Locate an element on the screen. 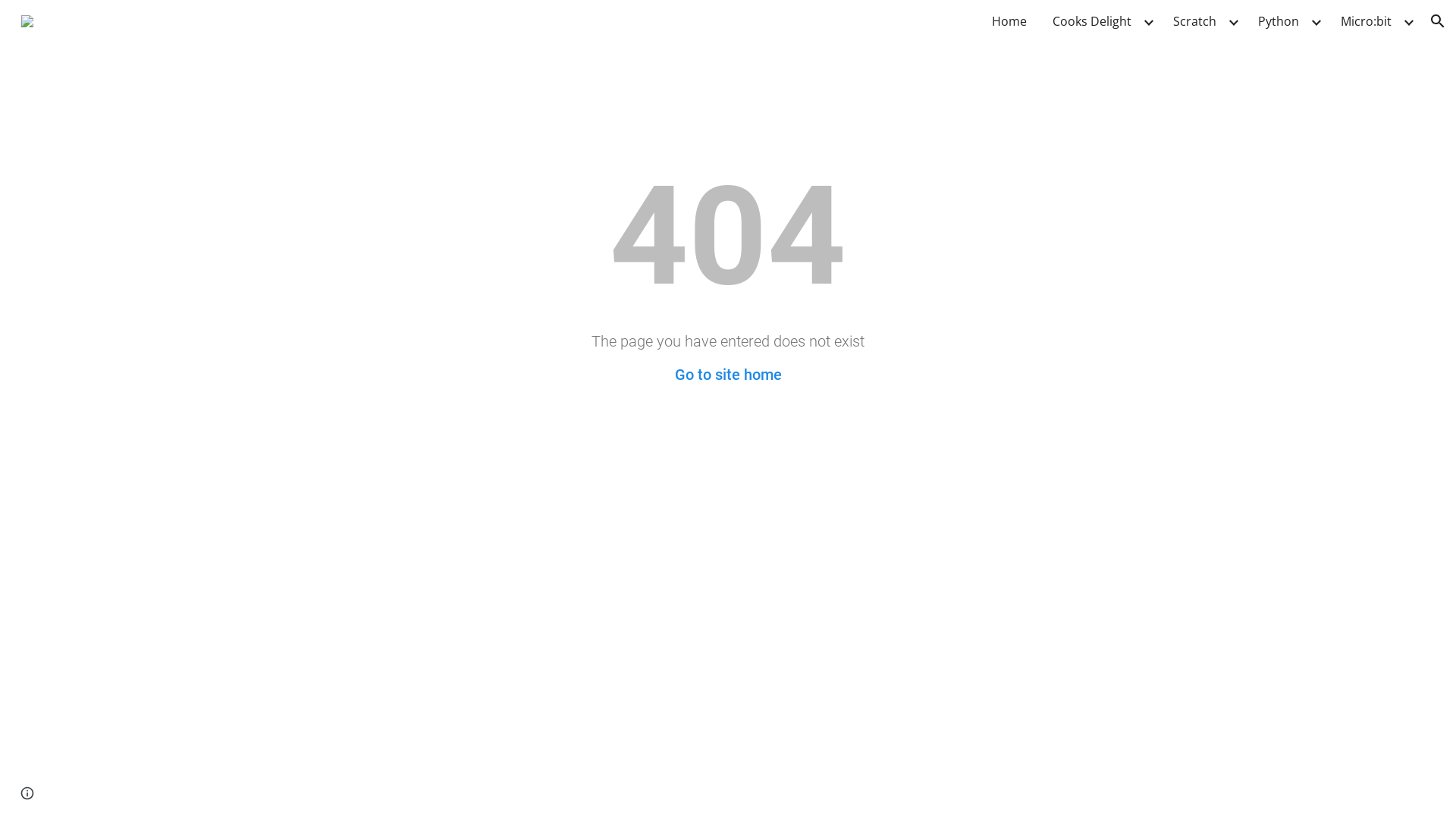 Image resolution: width=1456 pixels, height=819 pixels. 'Expand/Collapse' is located at coordinates (1233, 20).